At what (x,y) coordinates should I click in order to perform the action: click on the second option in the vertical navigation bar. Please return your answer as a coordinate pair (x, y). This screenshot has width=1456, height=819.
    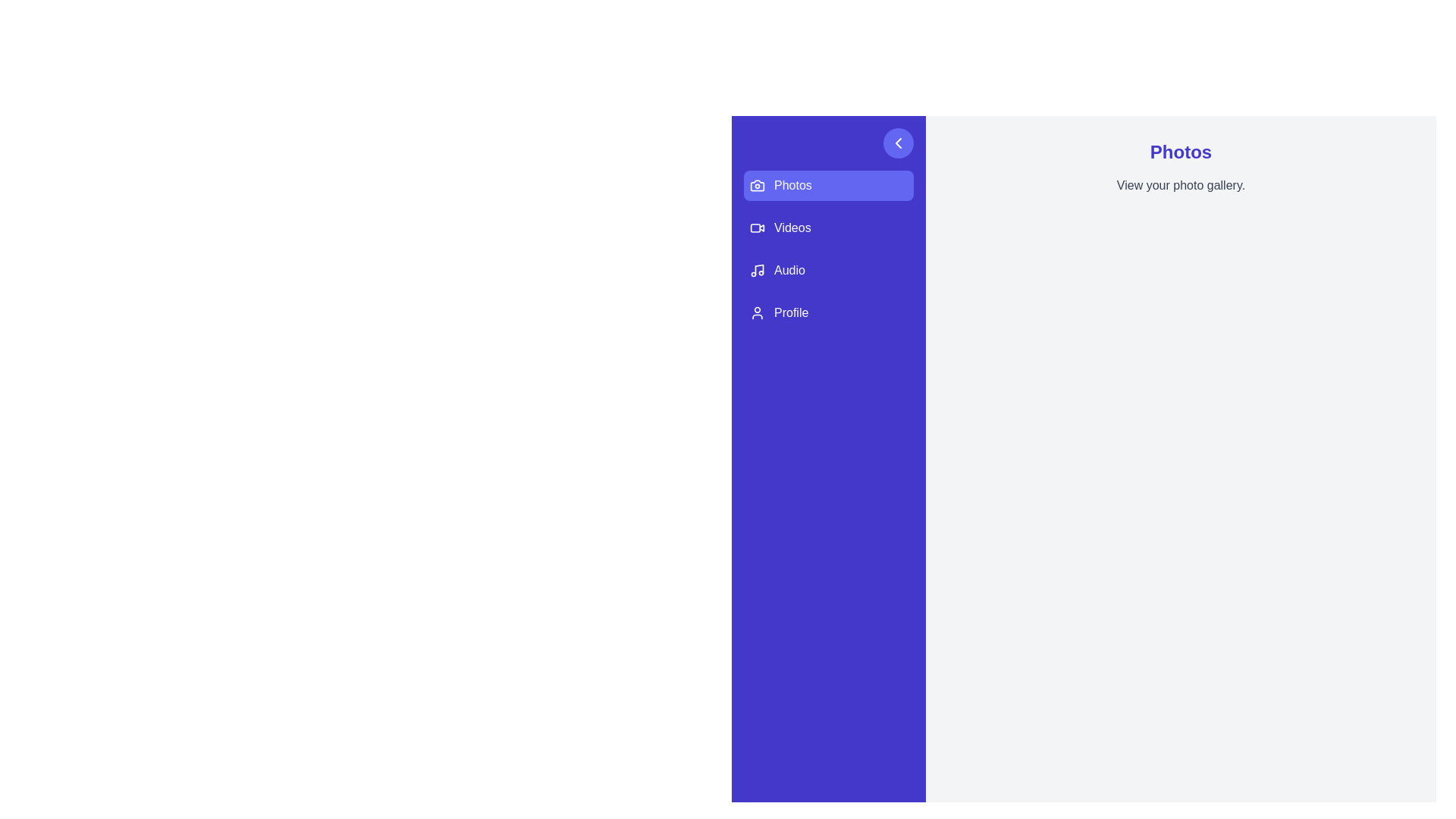
    Looking at the image, I should click on (828, 227).